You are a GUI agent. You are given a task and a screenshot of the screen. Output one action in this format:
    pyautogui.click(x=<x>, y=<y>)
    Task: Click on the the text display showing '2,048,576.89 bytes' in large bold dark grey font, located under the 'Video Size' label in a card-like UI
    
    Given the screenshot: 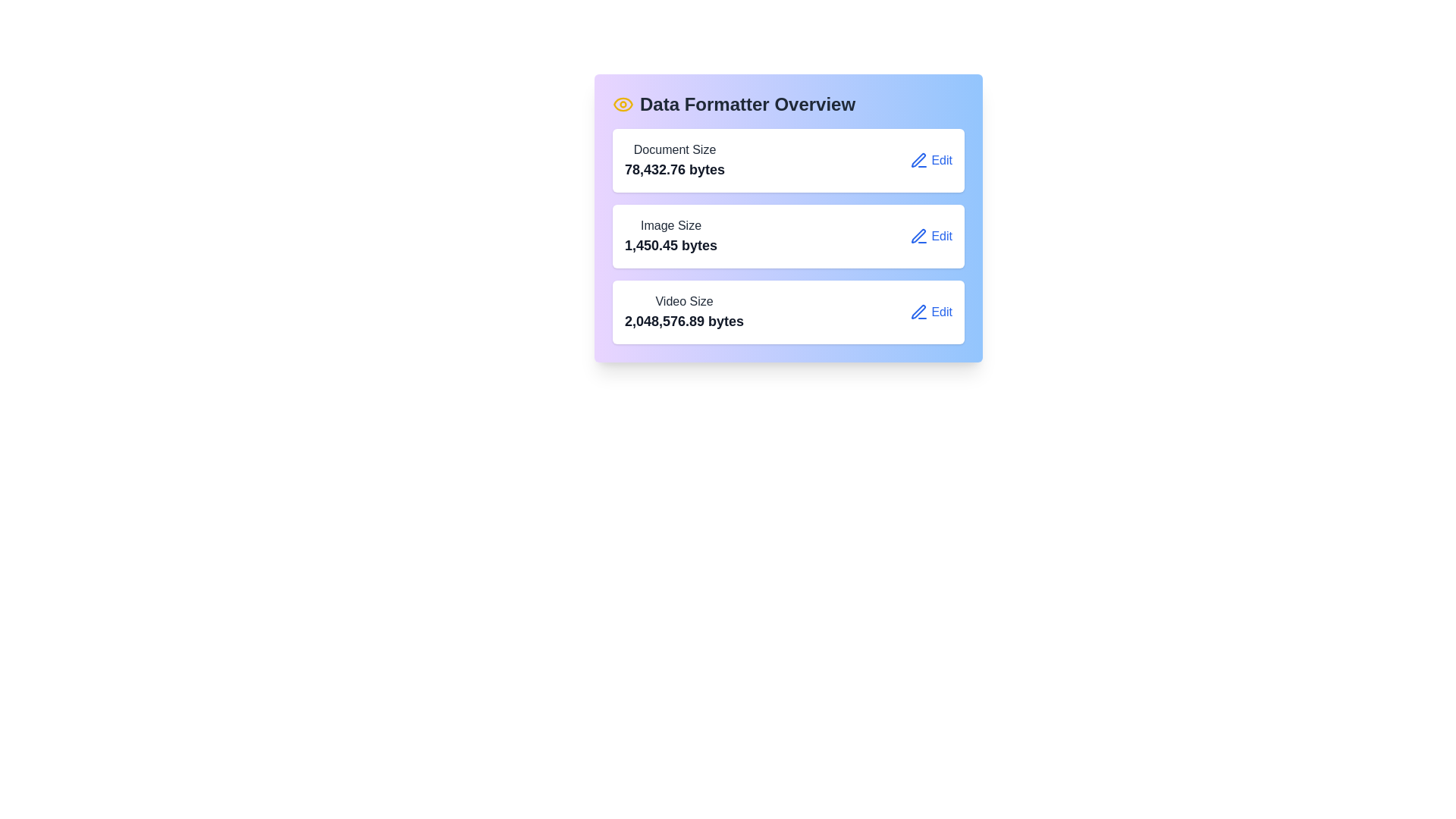 What is the action you would take?
    pyautogui.click(x=683, y=321)
    